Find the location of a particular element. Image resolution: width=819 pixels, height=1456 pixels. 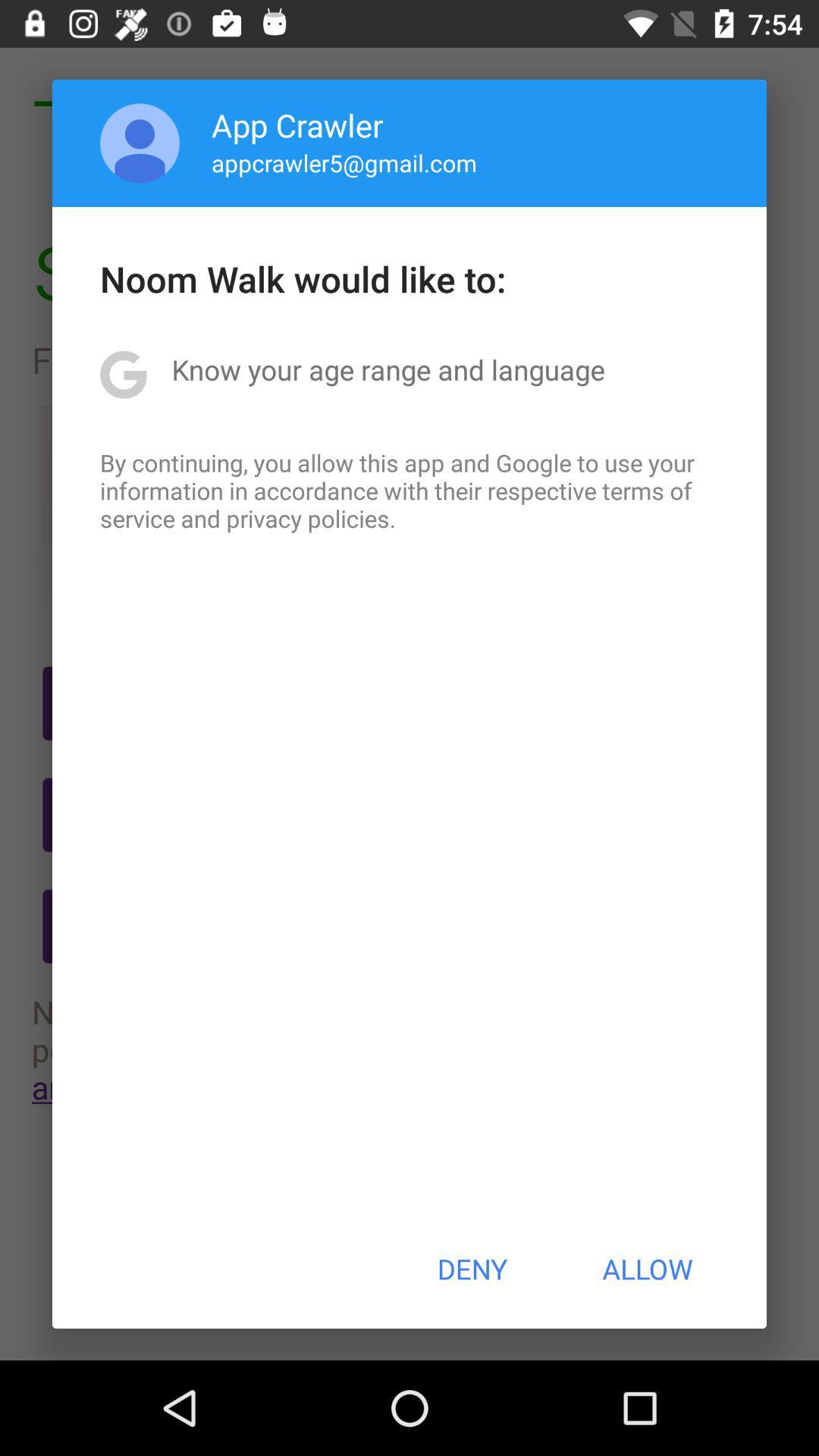

icon above appcrawler5@gmail.com is located at coordinates (297, 124).